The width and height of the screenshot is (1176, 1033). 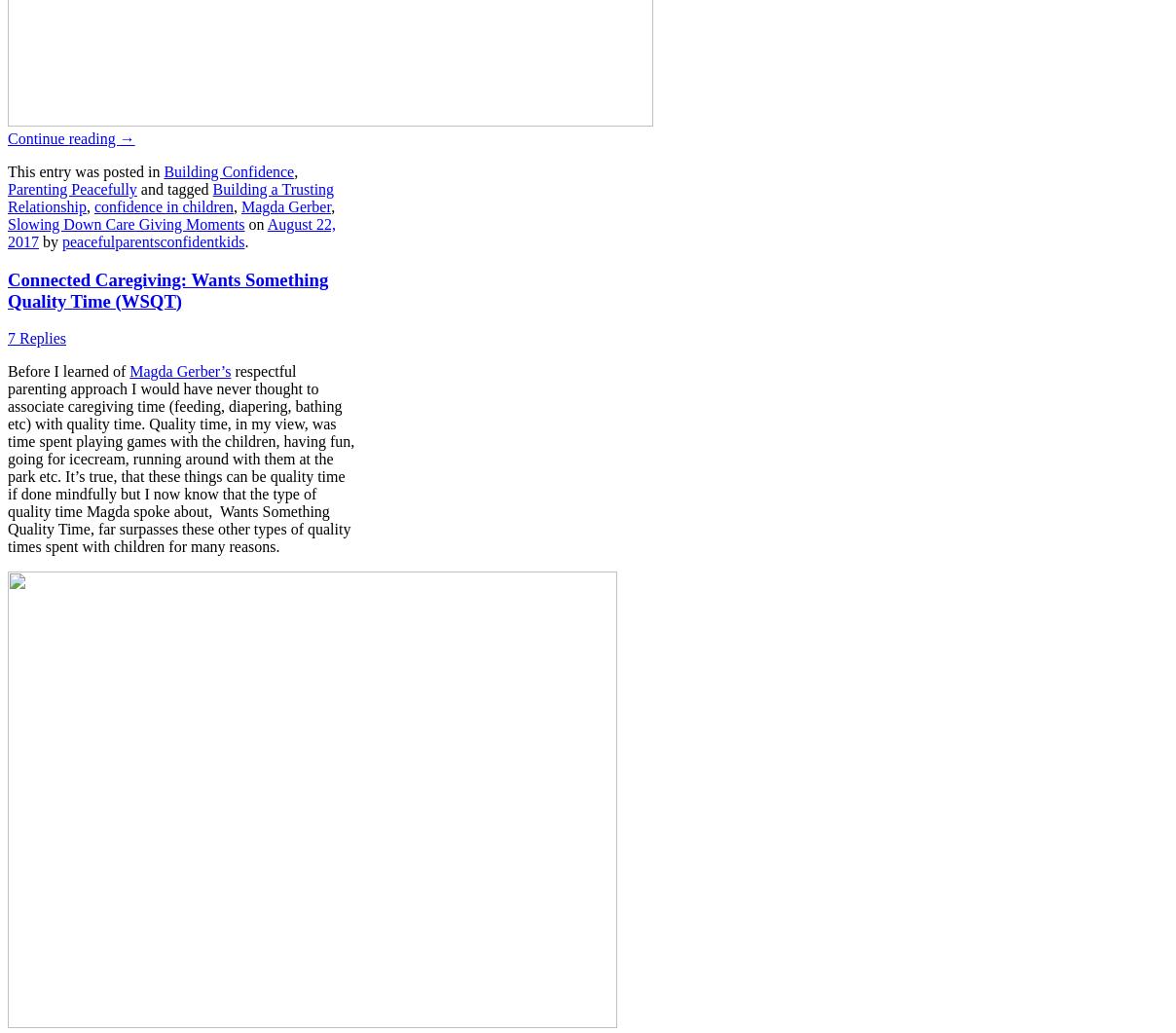 What do you see at coordinates (6, 222) in the screenshot?
I see `'Slowing Down Care Giving Moments'` at bounding box center [6, 222].